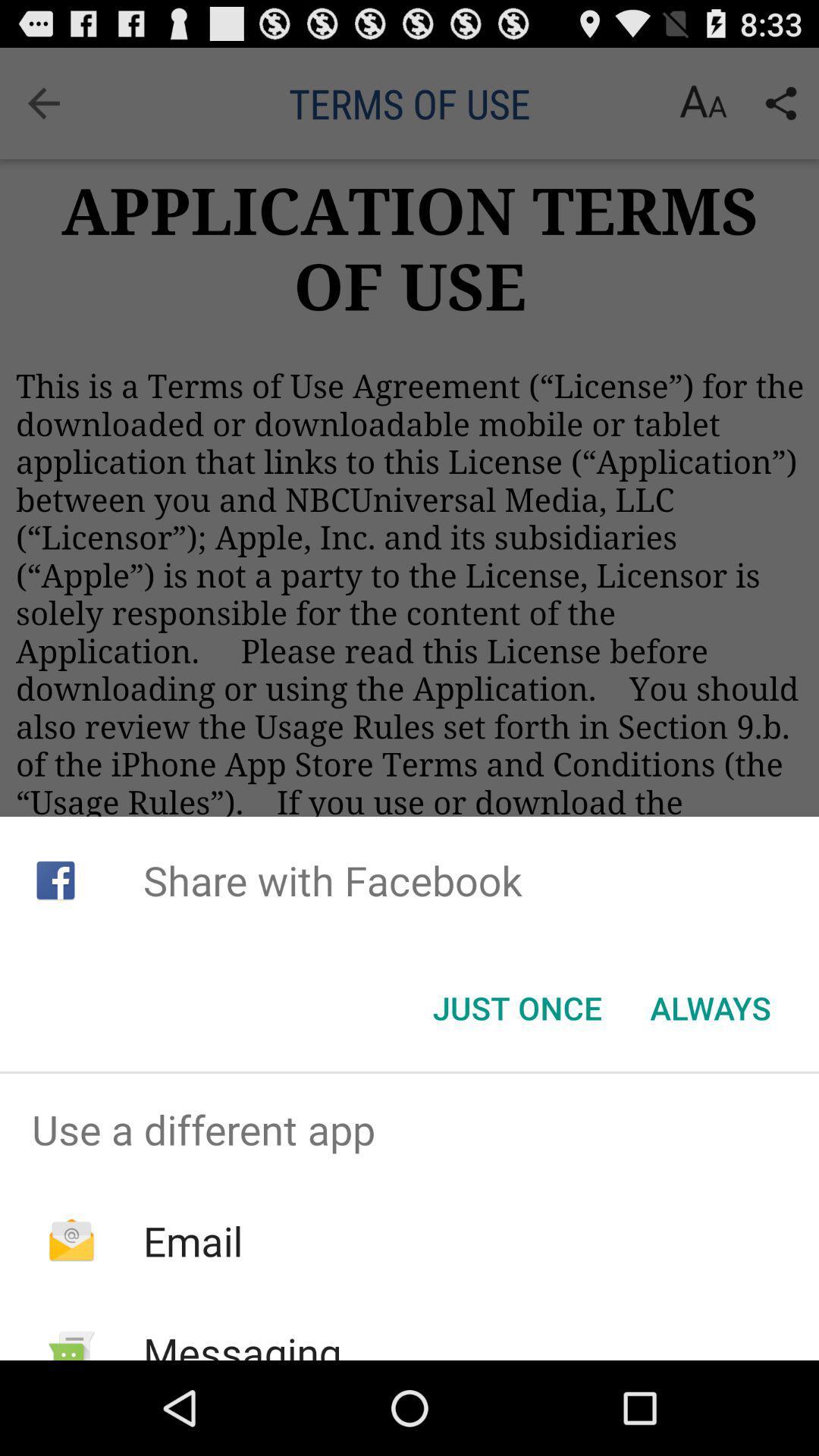  Describe the element at coordinates (516, 1008) in the screenshot. I see `just once icon` at that location.